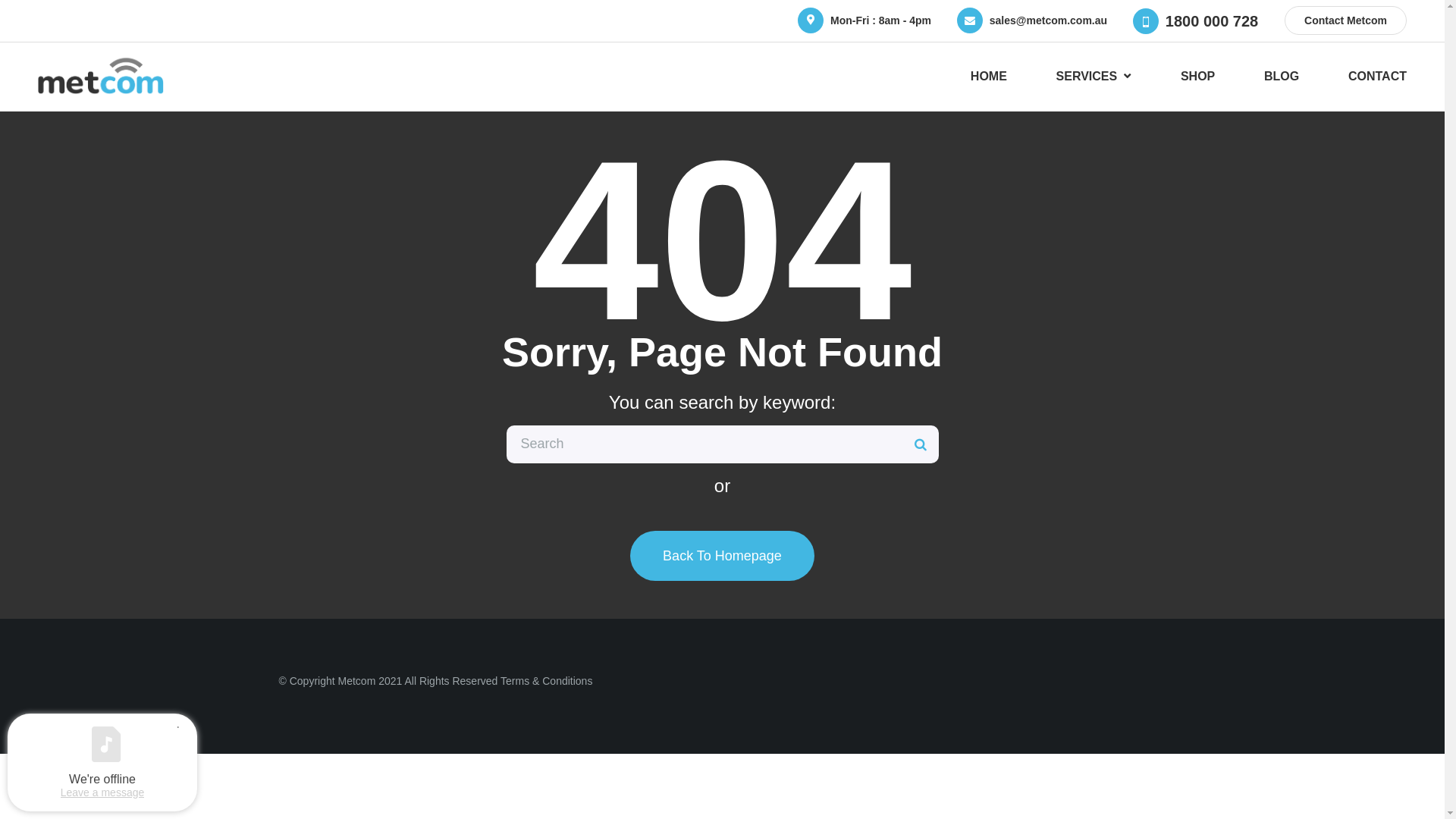  I want to click on 'Contact Metcom', so click(1284, 20).